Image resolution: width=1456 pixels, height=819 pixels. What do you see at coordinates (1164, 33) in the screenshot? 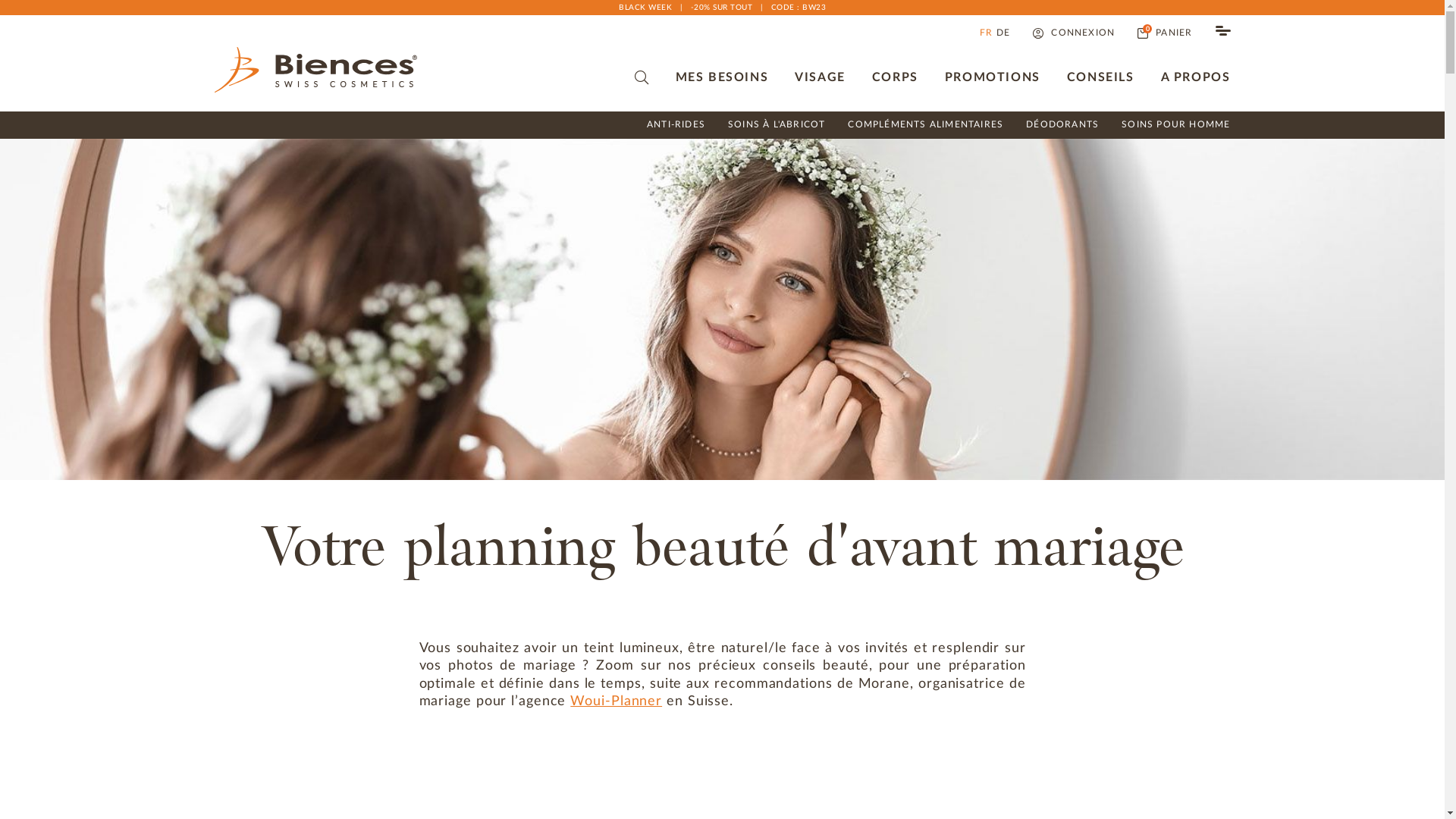
I see `'0` at bounding box center [1164, 33].